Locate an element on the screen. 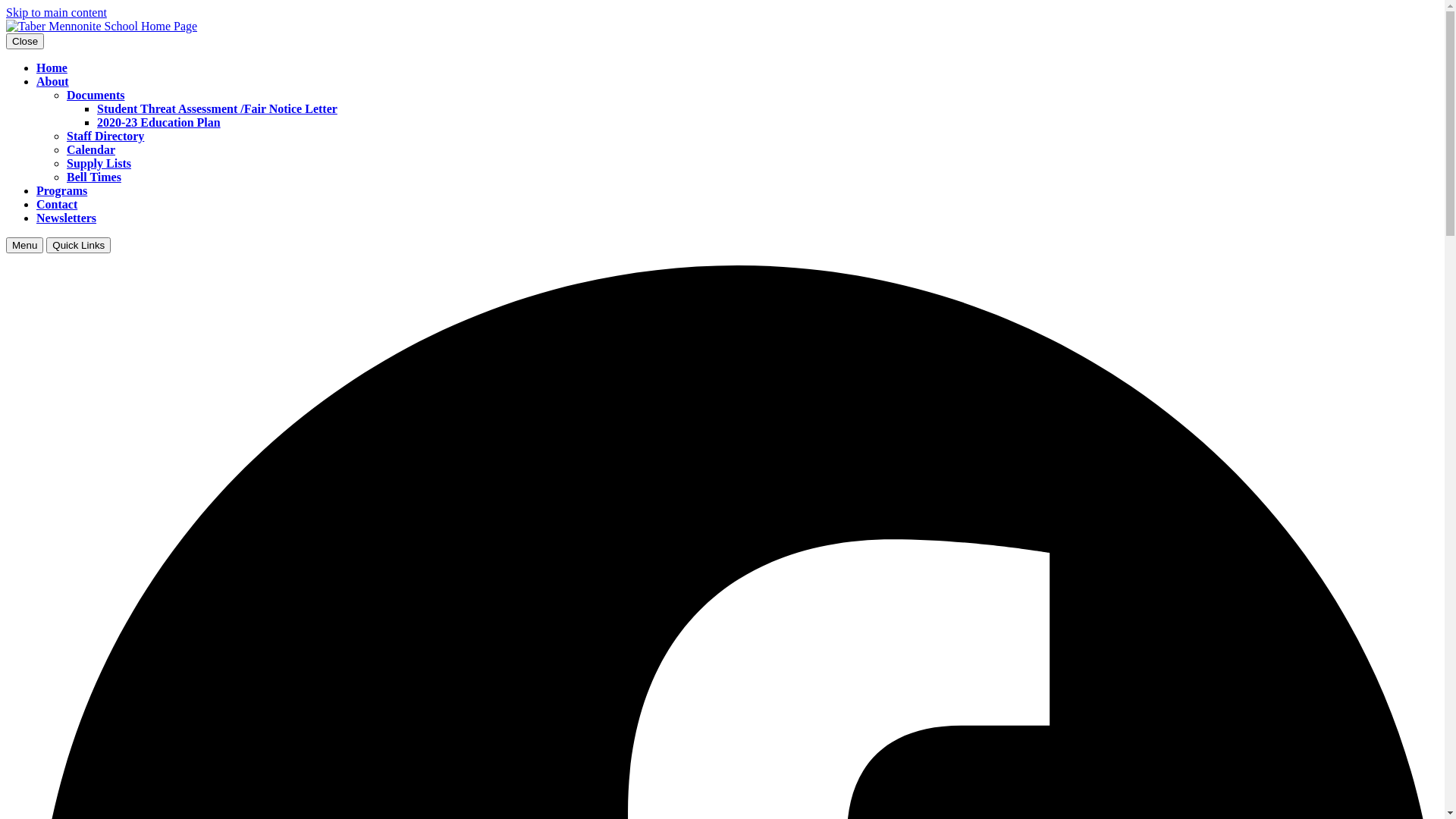  'Documents' is located at coordinates (94, 95).